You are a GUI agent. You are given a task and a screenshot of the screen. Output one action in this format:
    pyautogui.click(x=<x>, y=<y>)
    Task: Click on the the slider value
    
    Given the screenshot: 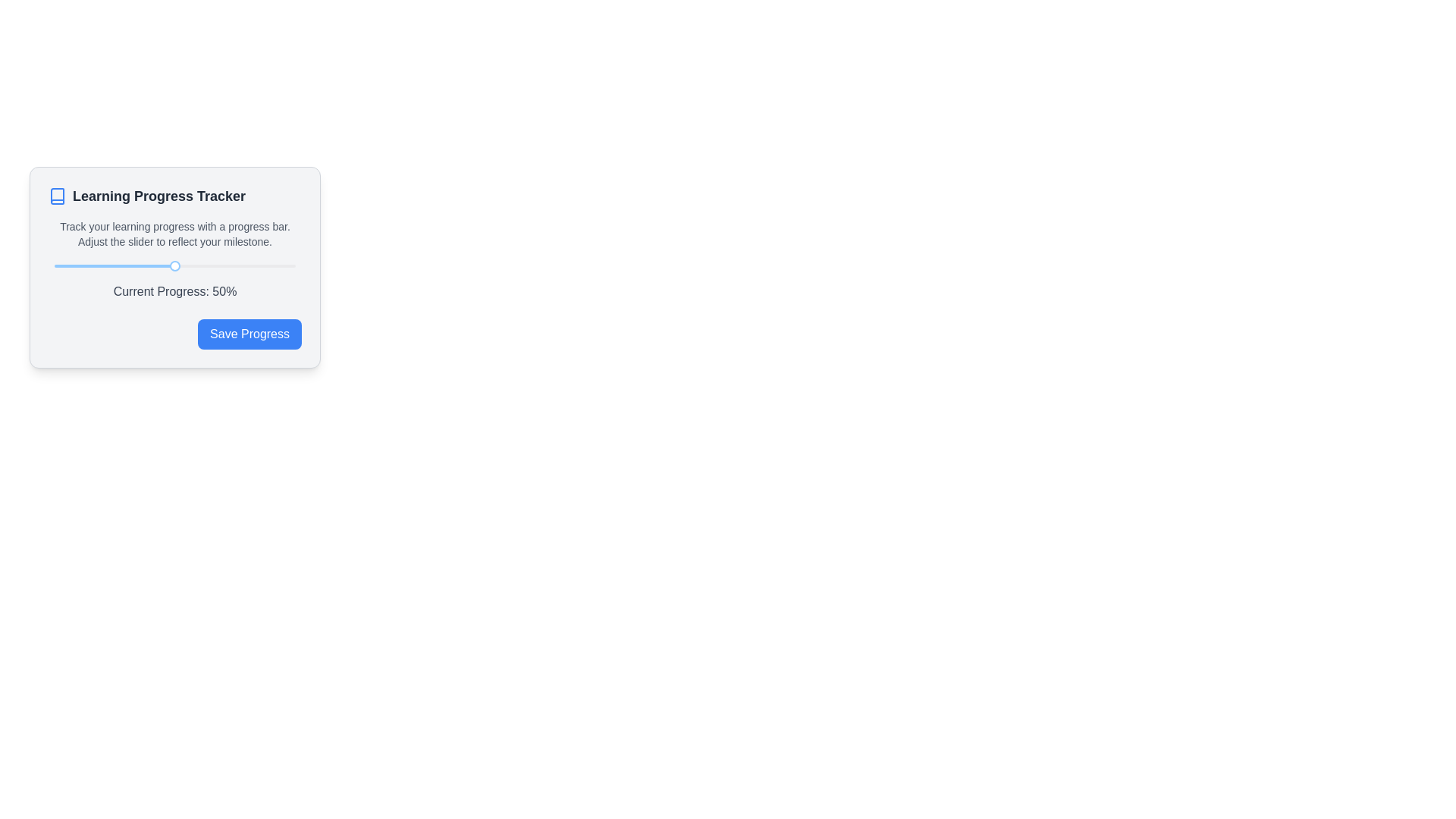 What is the action you would take?
    pyautogui.click(x=139, y=265)
    